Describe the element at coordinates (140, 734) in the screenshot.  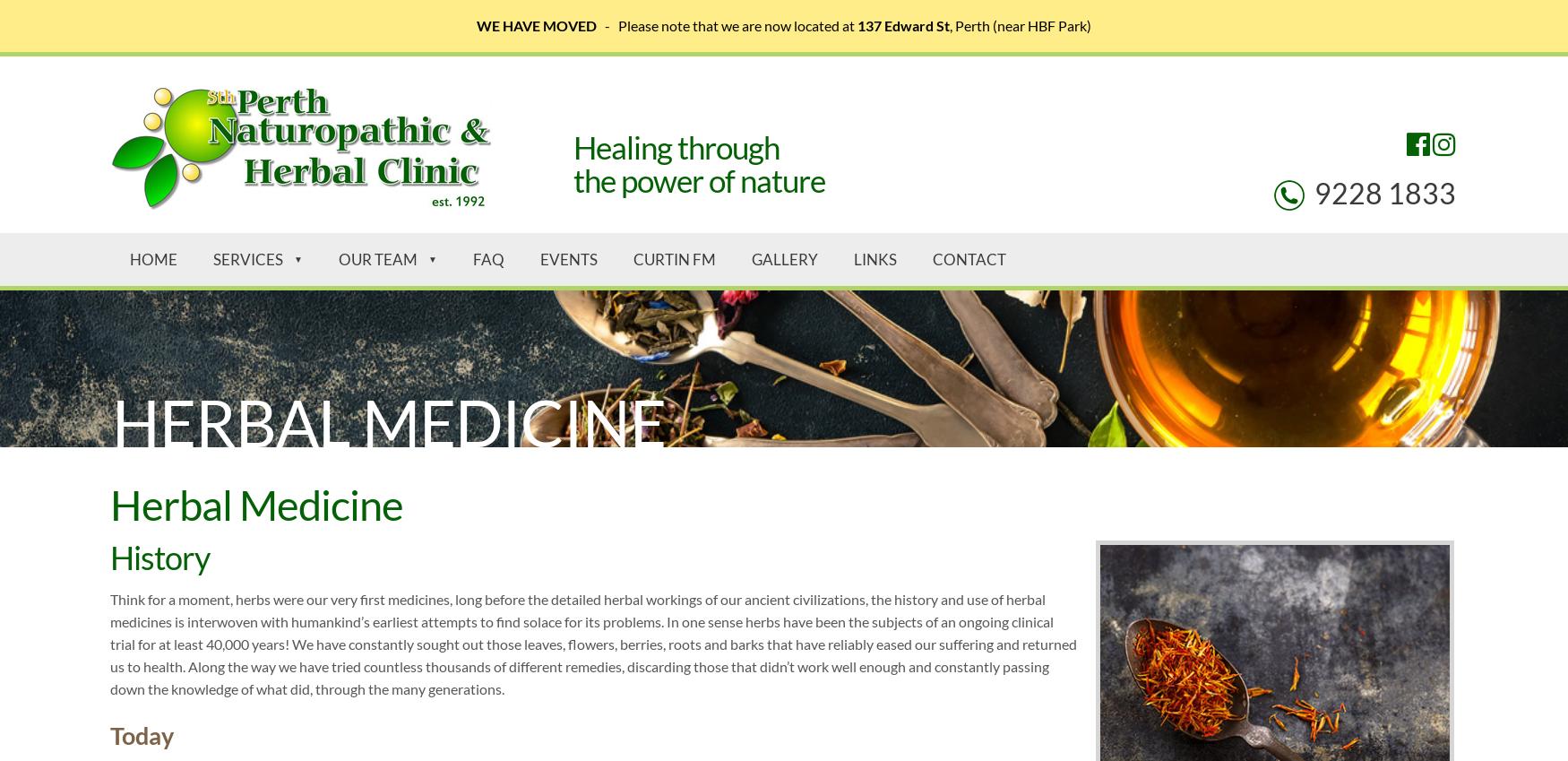
I see `'Today'` at that location.